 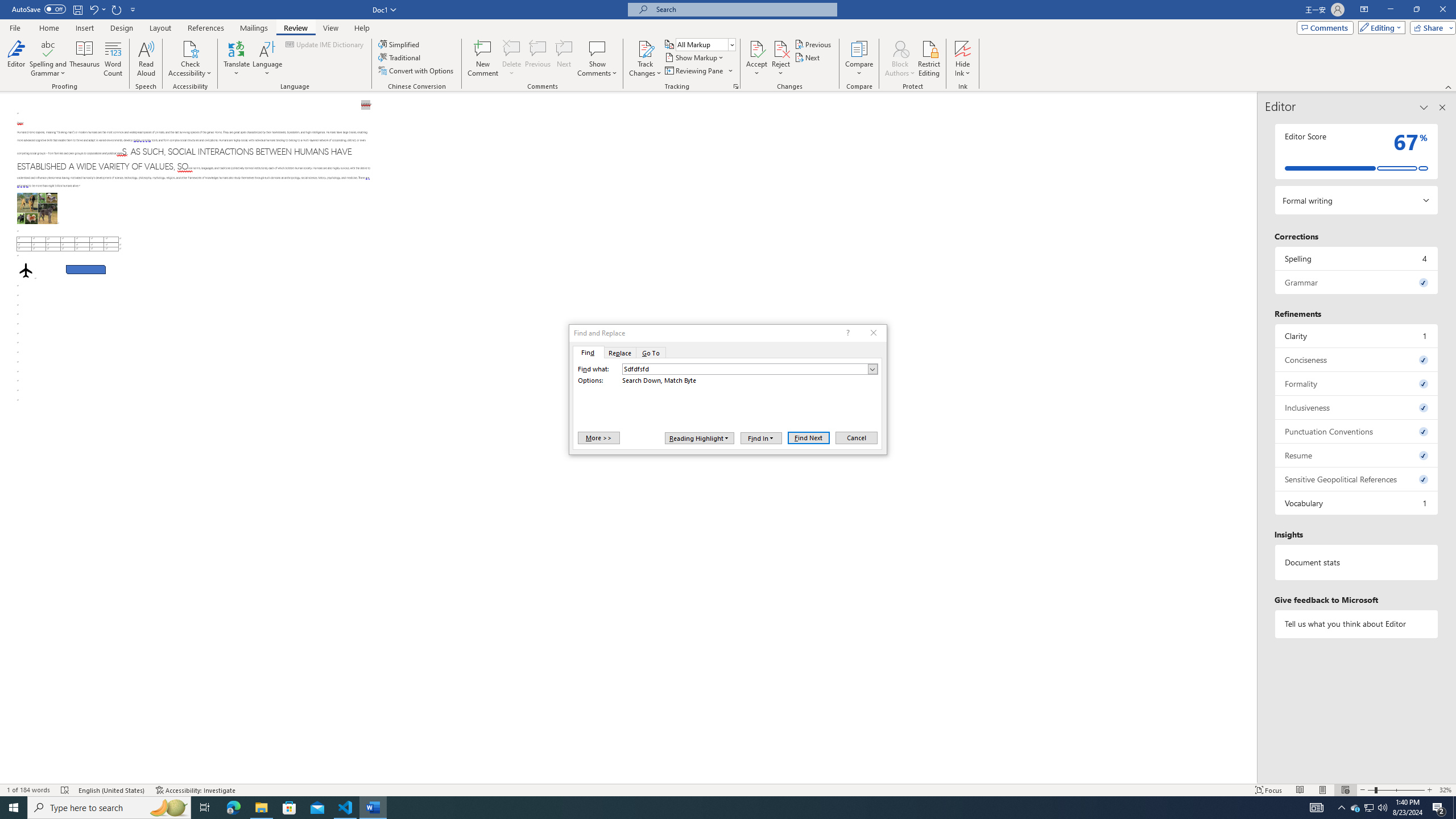 I want to click on 'Show Markup', so click(x=695, y=56).